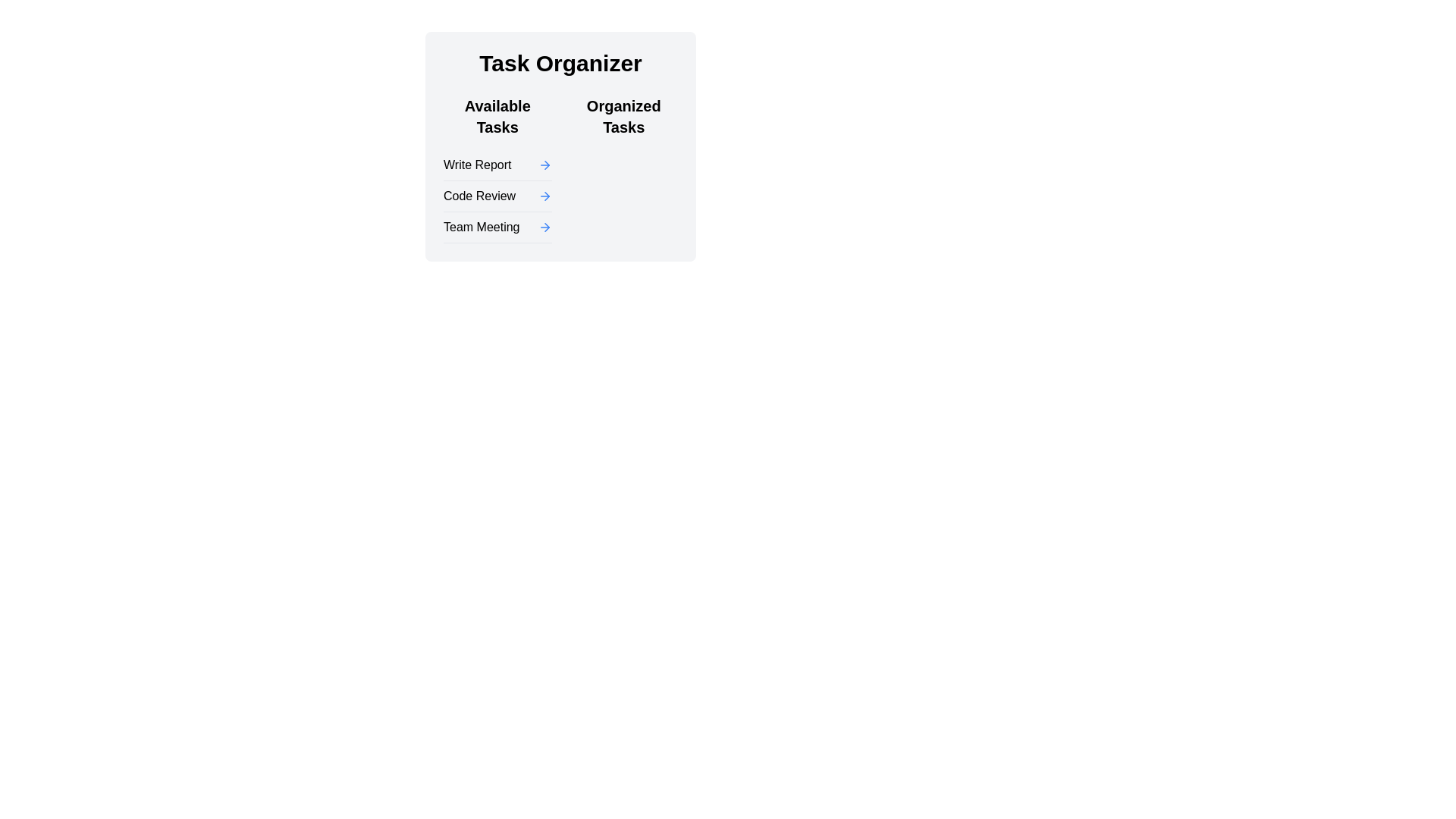  What do you see at coordinates (544, 195) in the screenshot?
I see `the rightward-pointing blue arrow icon located to the right of the 'Code Review' text in the 'Available Tasks' section` at bounding box center [544, 195].